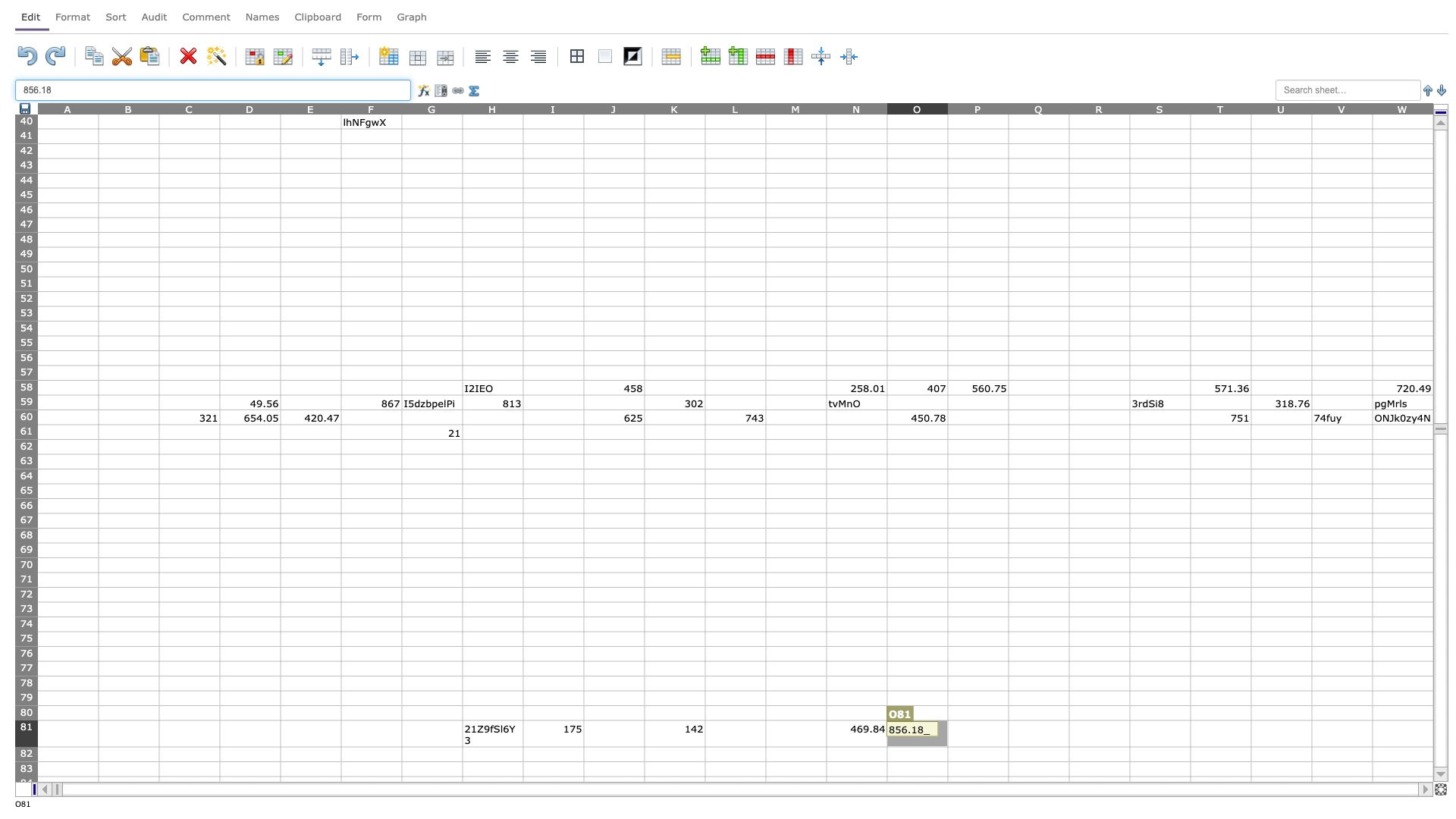  I want to click on right edge at column R row 81, so click(1129, 733).